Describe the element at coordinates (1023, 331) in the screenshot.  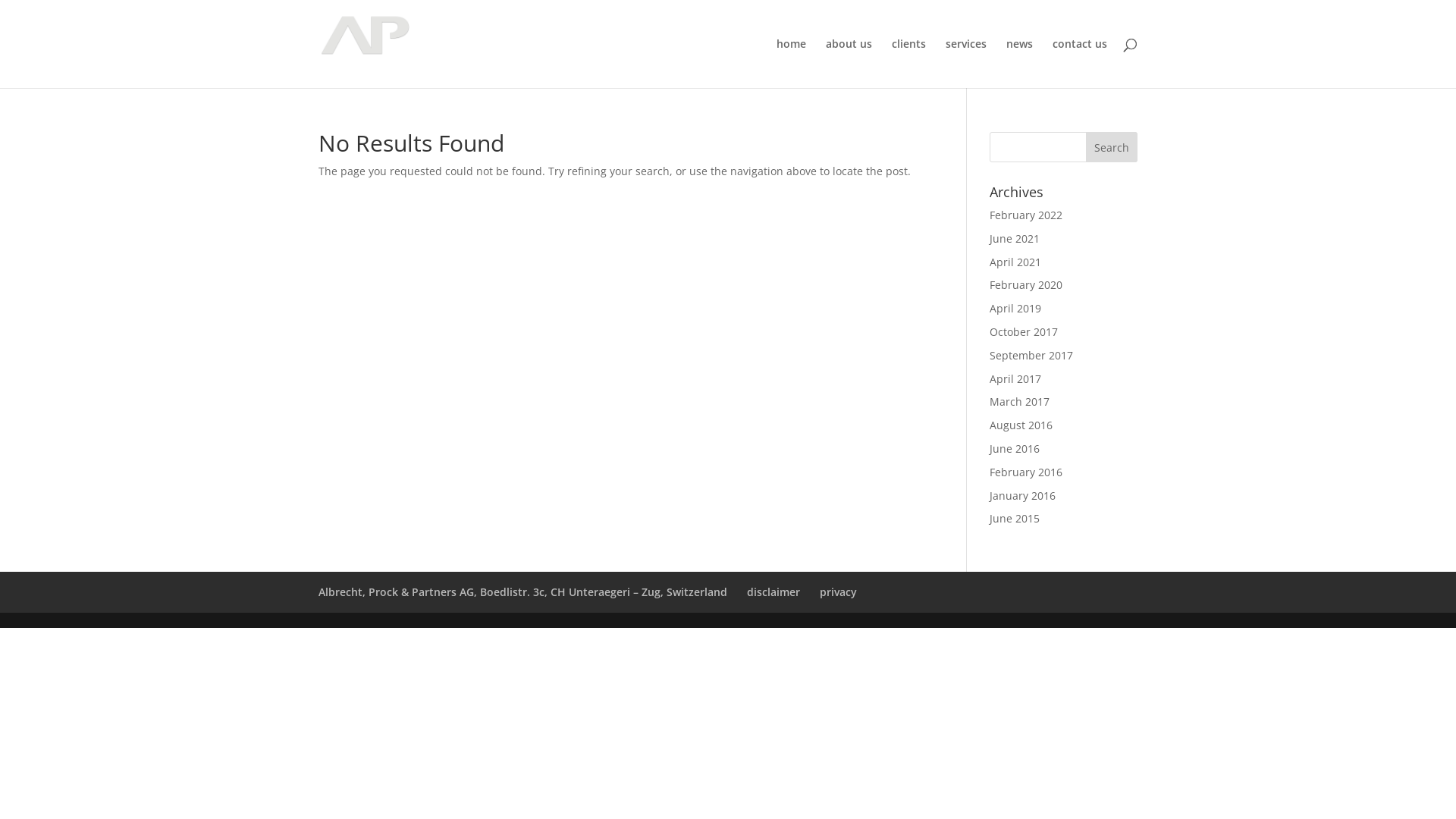
I see `'October 2017'` at that location.